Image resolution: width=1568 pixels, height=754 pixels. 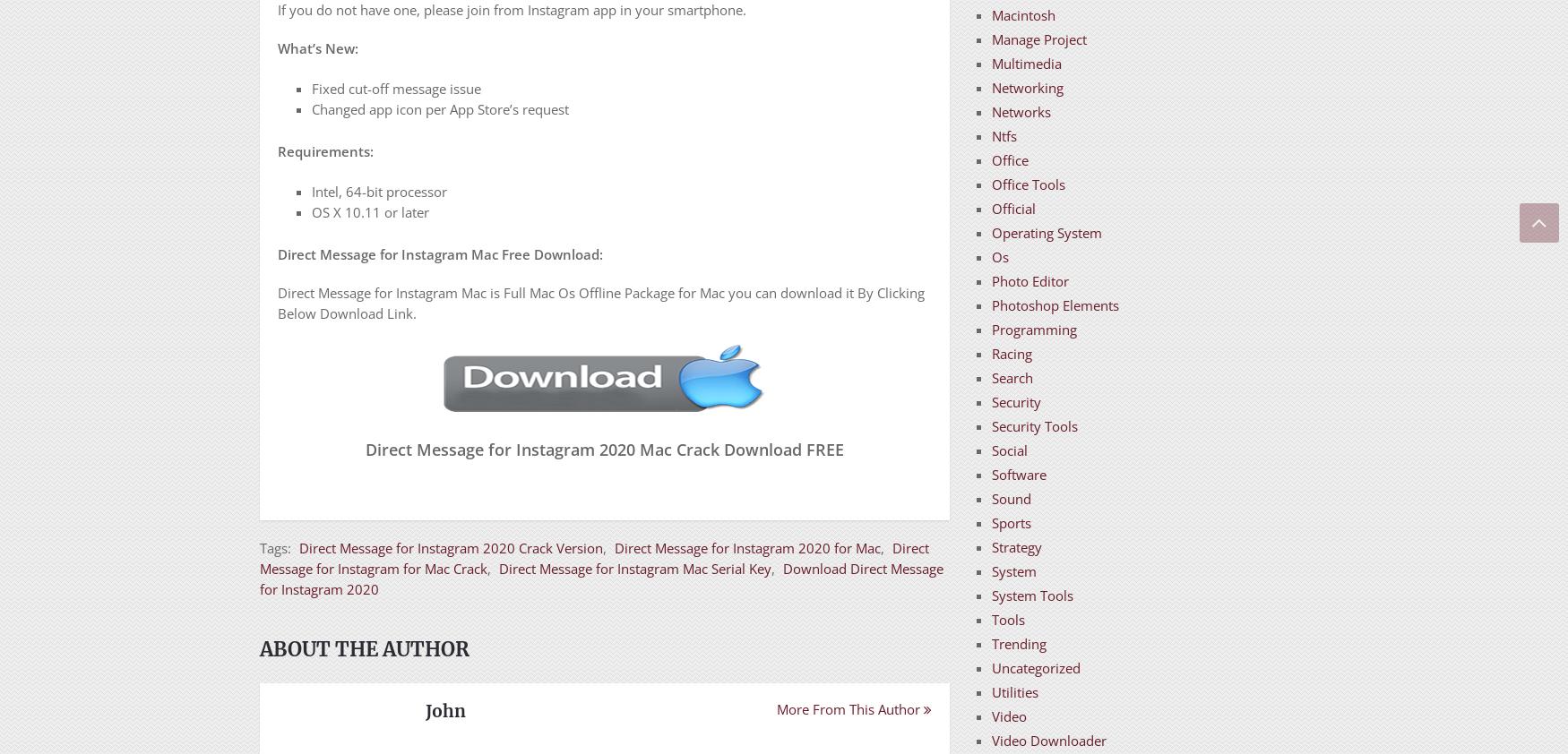 What do you see at coordinates (747, 546) in the screenshot?
I see `'Direct Message for Instagram 2020 for Mac'` at bounding box center [747, 546].